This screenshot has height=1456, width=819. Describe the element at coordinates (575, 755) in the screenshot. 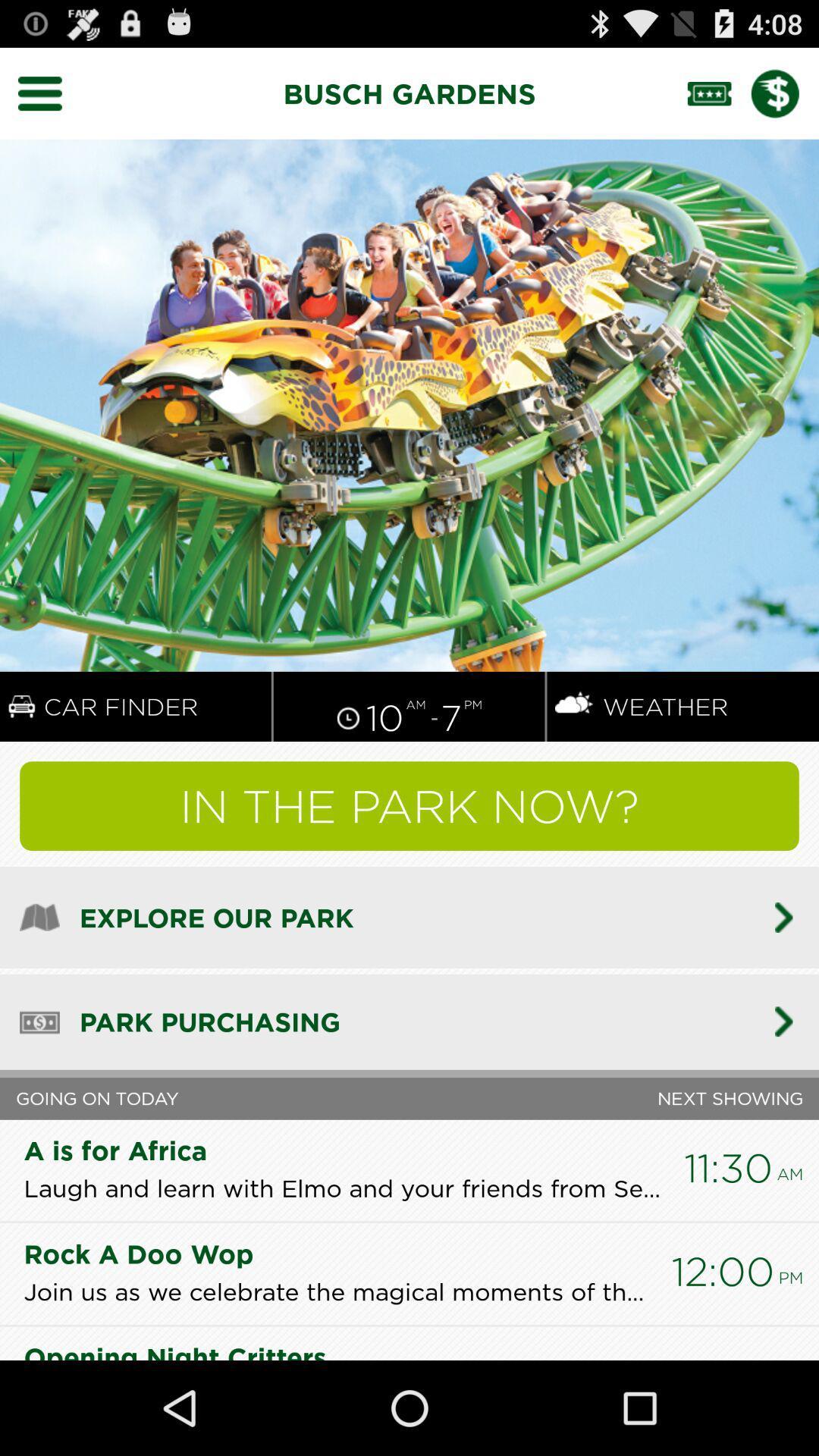

I see `the weather icon` at that location.